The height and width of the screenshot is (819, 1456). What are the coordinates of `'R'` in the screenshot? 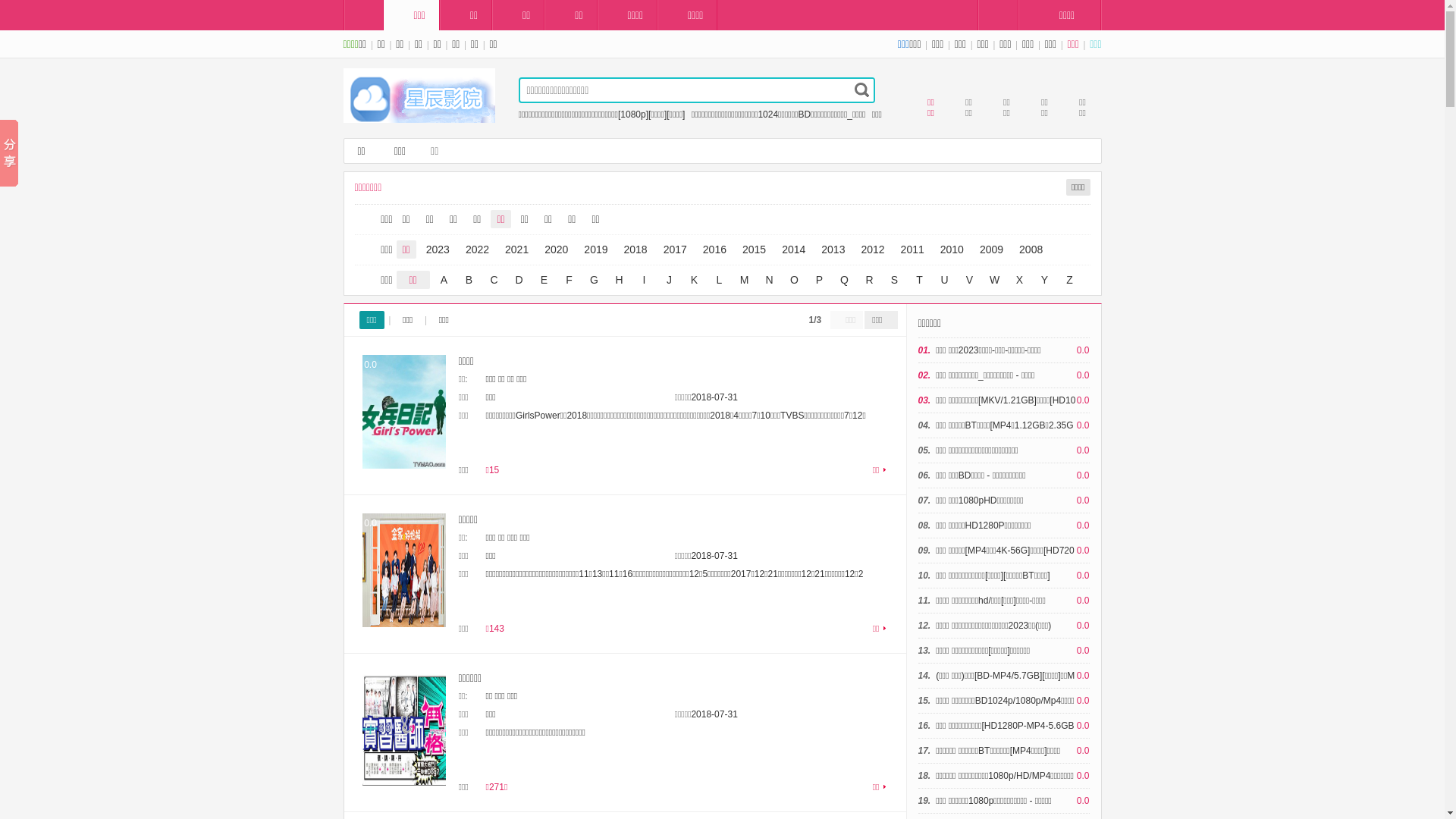 It's located at (869, 280).